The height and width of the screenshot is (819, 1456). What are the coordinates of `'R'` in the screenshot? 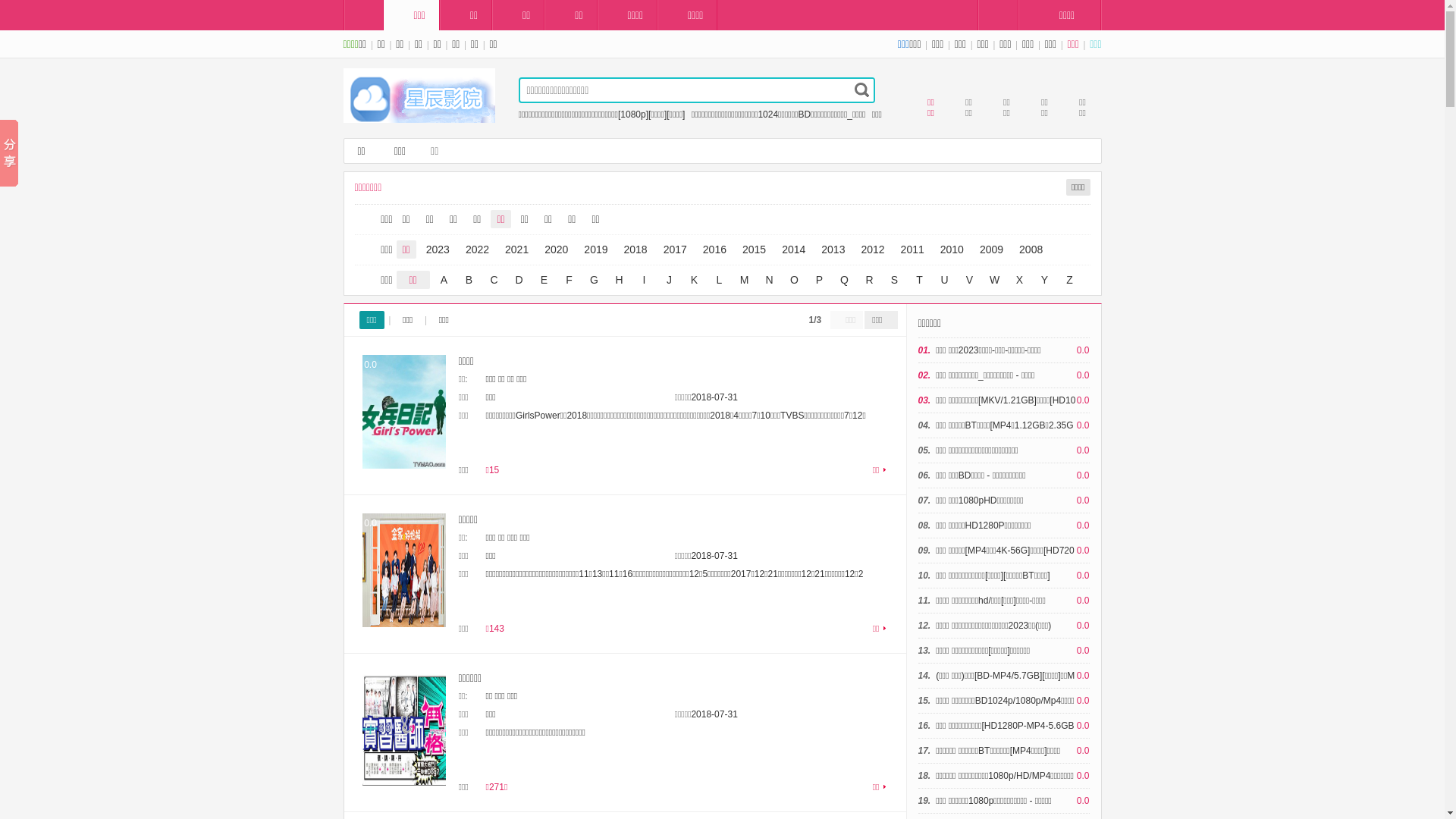 It's located at (869, 280).